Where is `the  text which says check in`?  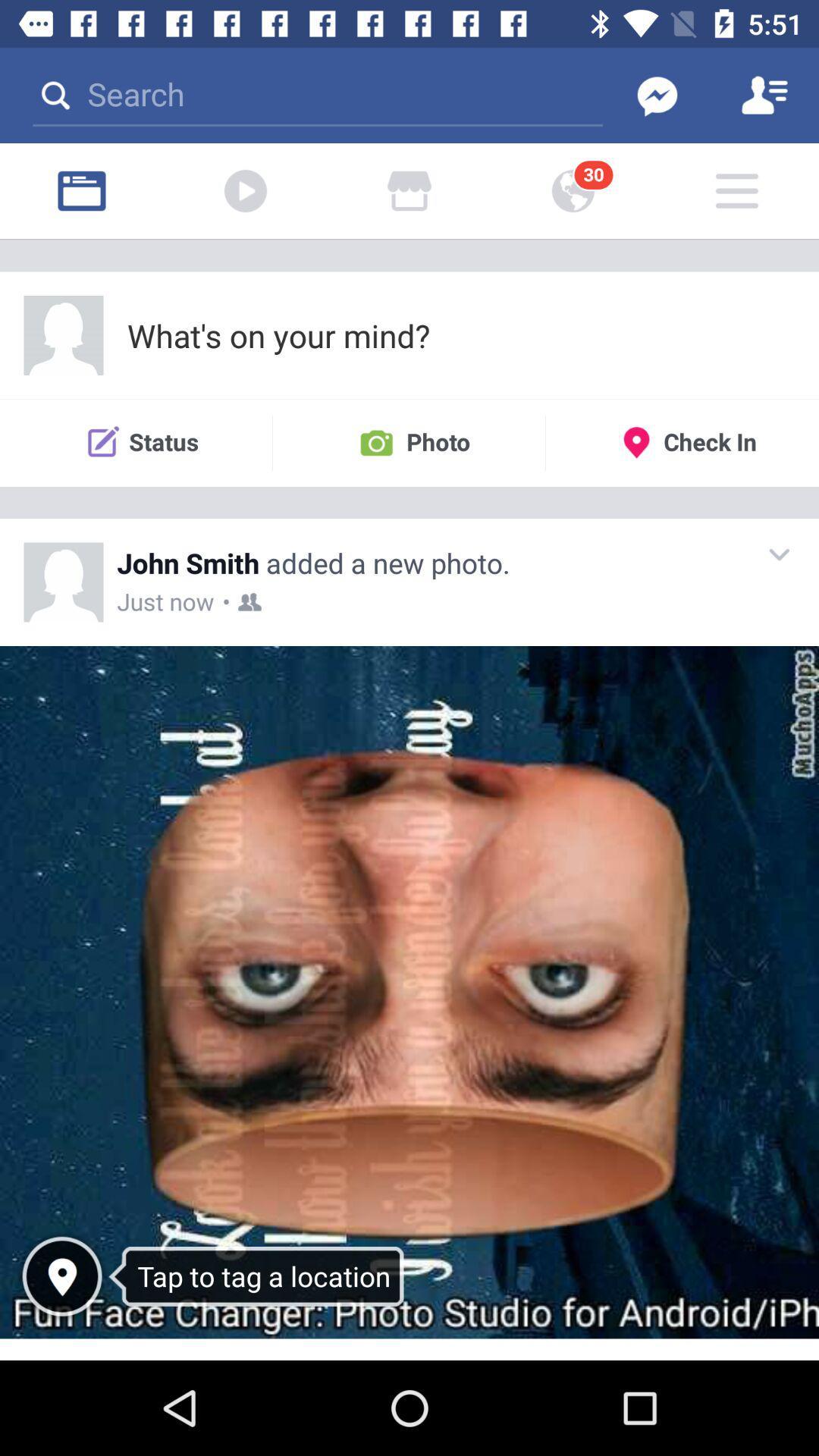 the  text which says check in is located at coordinates (681, 442).